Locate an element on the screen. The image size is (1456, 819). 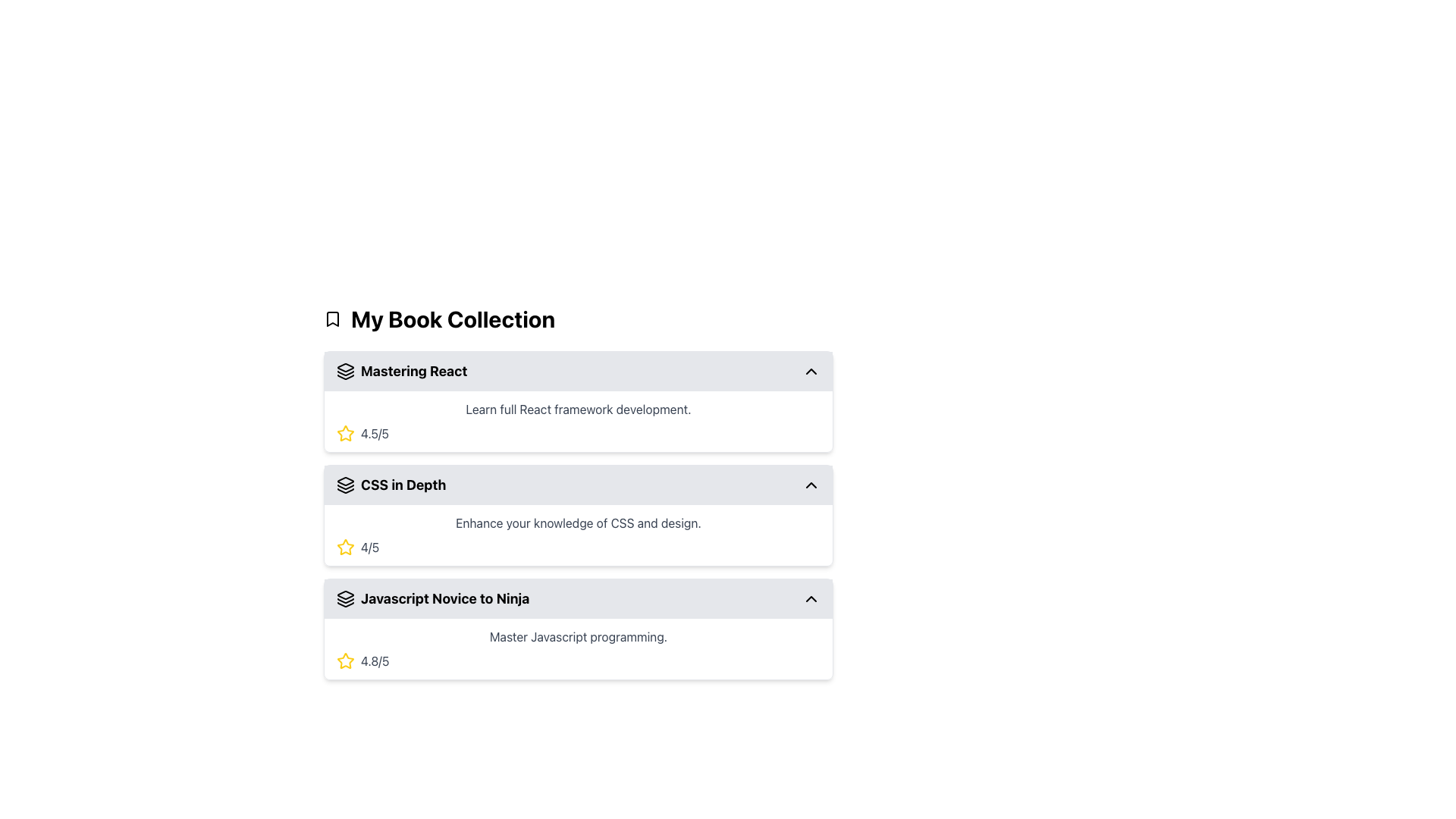
the 'Javascript Novice to Ninja' button is located at coordinates (578, 598).